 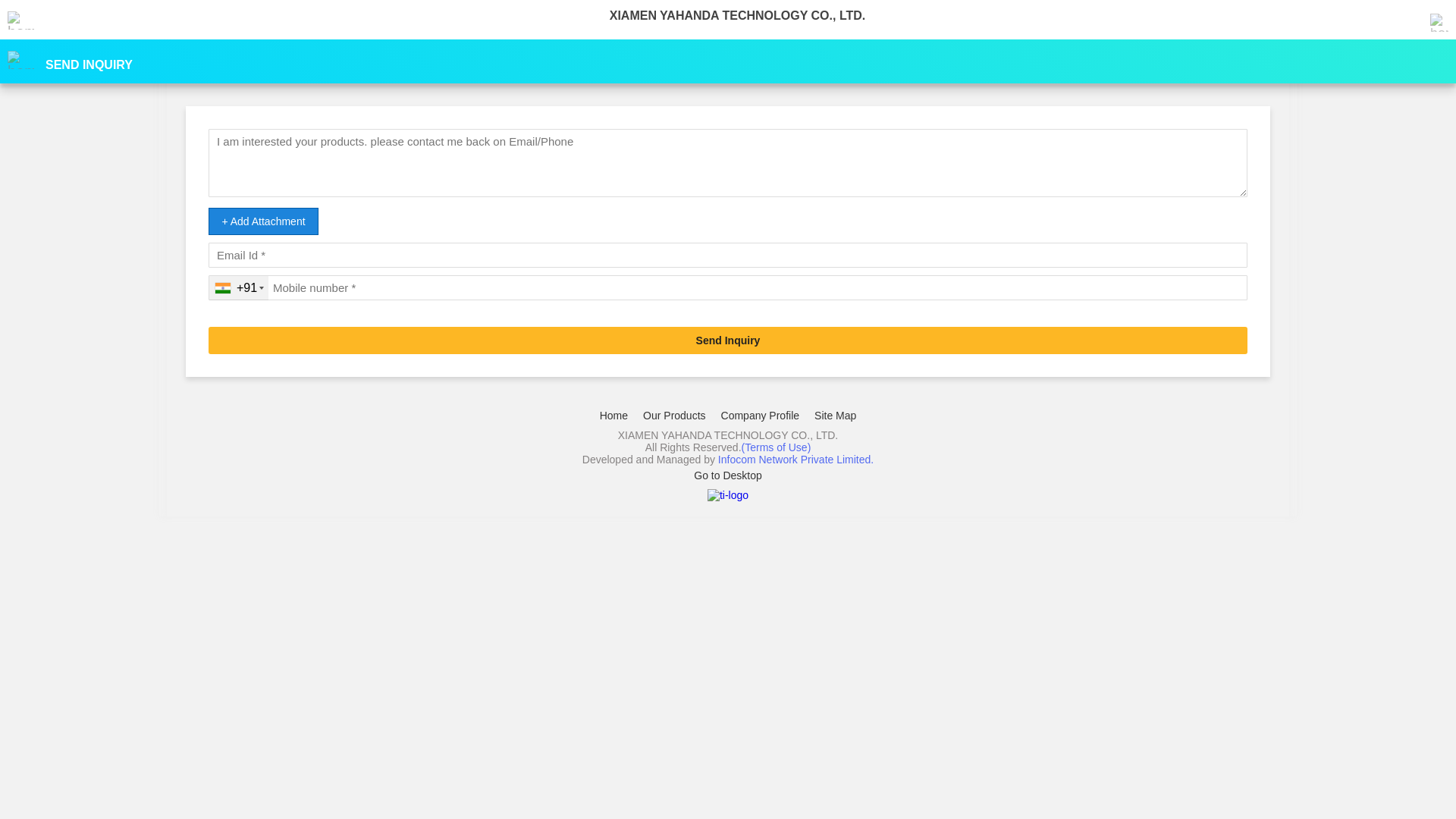 I want to click on 'Infocom Network Private Limited.', so click(x=717, y=458).